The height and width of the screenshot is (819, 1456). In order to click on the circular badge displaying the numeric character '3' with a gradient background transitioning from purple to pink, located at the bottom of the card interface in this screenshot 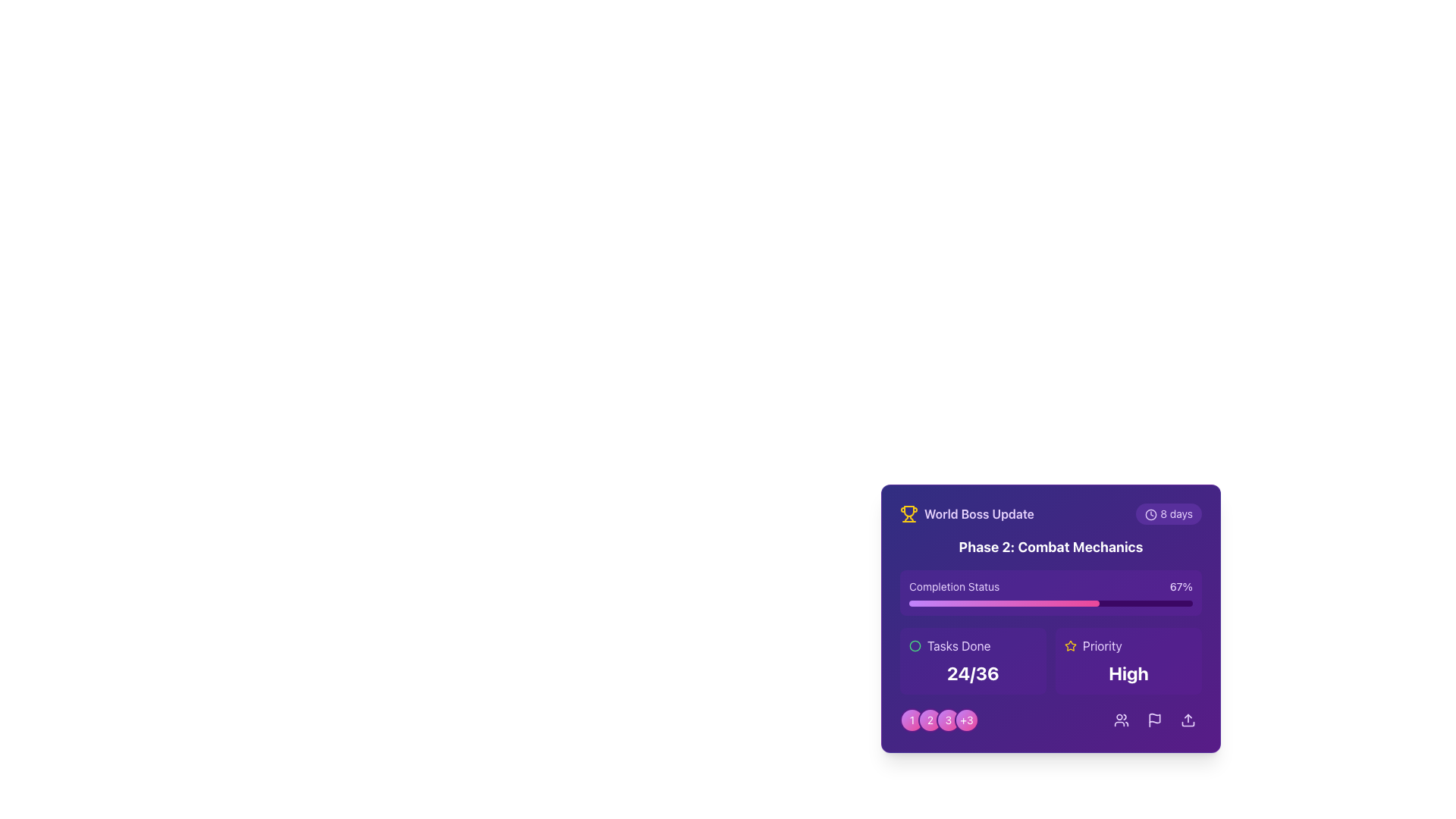, I will do `click(948, 719)`.